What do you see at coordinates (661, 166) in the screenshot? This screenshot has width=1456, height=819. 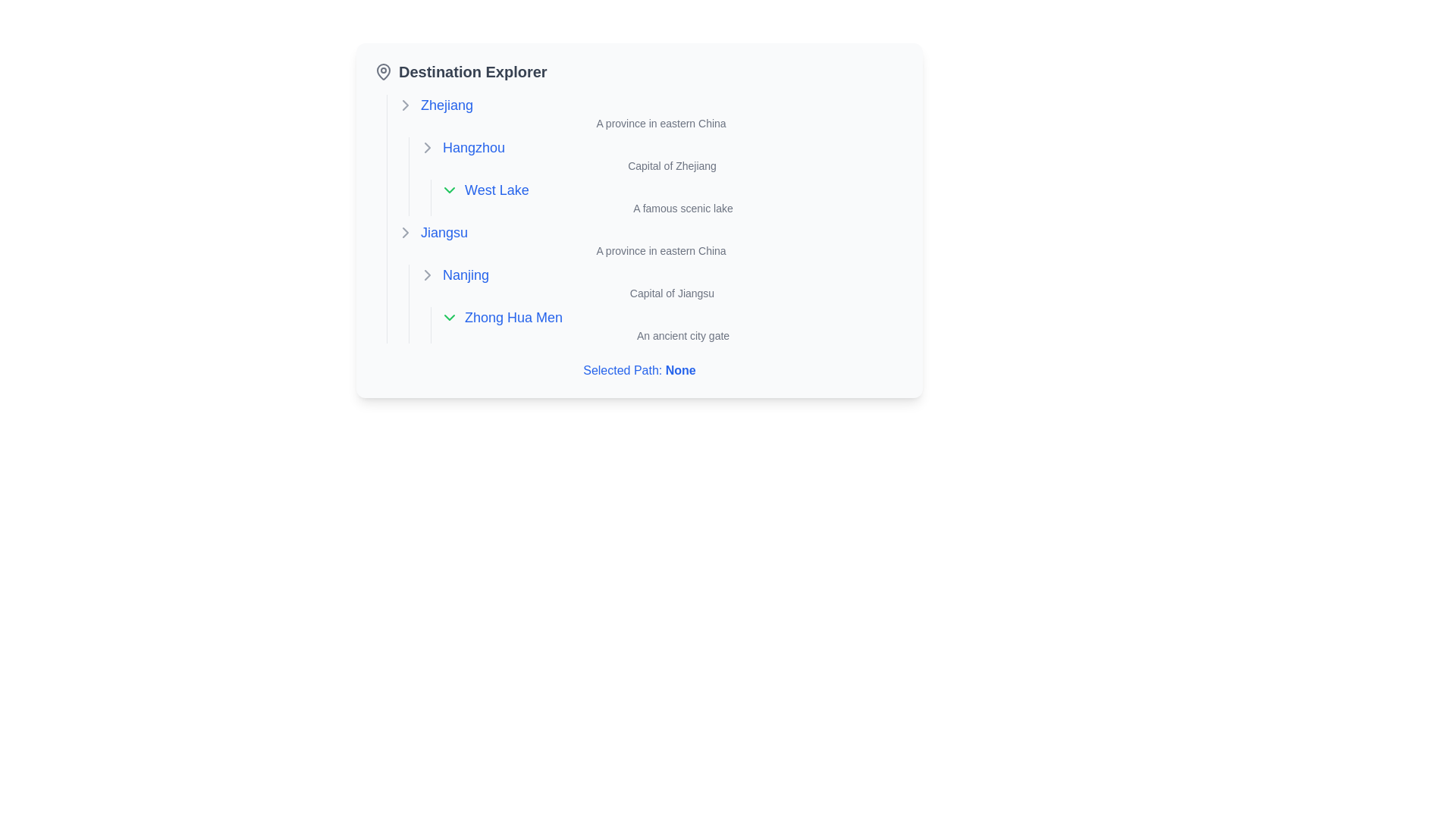 I see `descriptive subtitle or additional information provided by the Text label located under the title 'Hangzhou'` at bounding box center [661, 166].